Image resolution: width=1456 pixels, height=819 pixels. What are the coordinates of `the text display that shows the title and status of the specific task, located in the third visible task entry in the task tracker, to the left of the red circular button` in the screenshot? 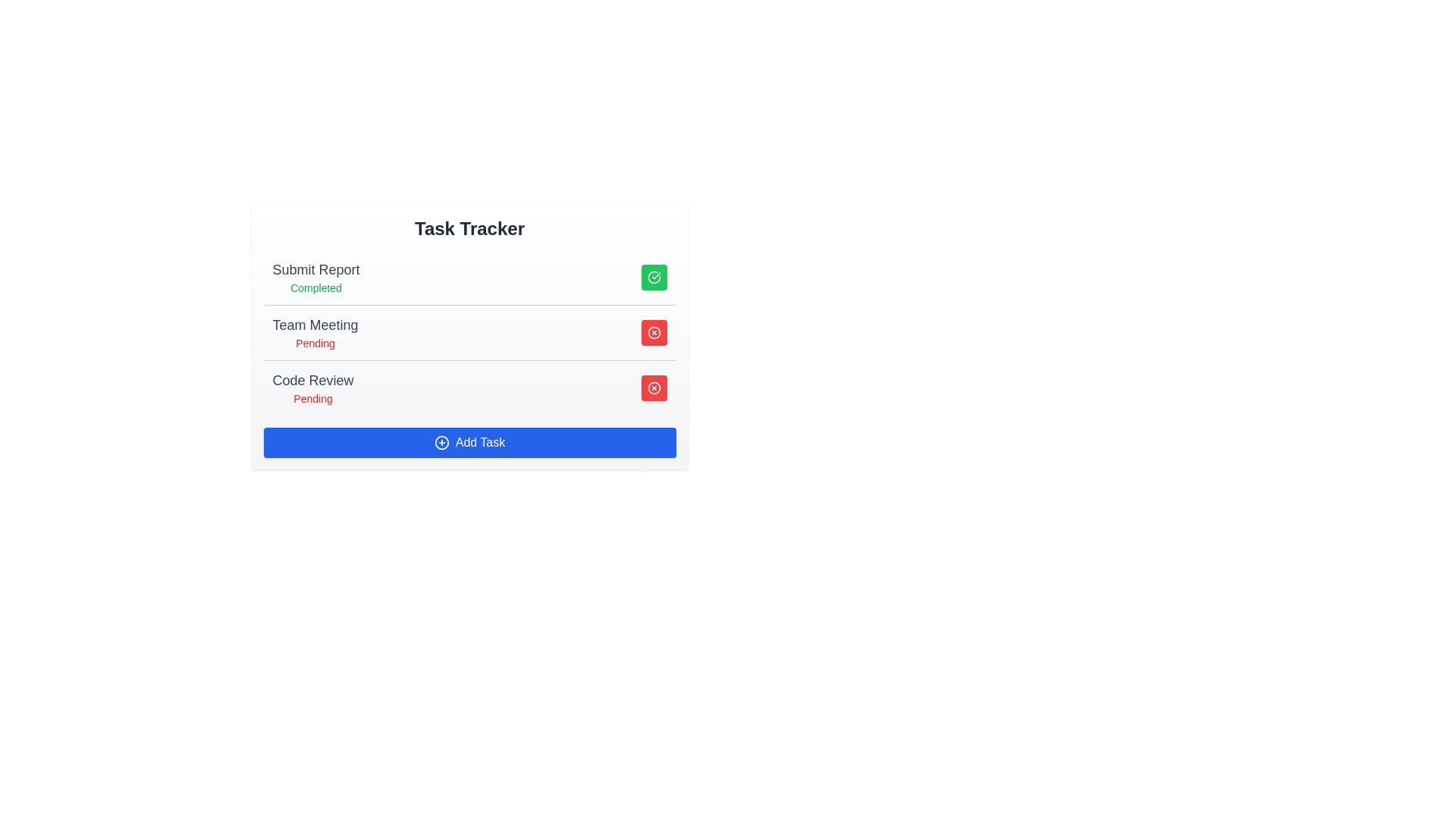 It's located at (312, 388).